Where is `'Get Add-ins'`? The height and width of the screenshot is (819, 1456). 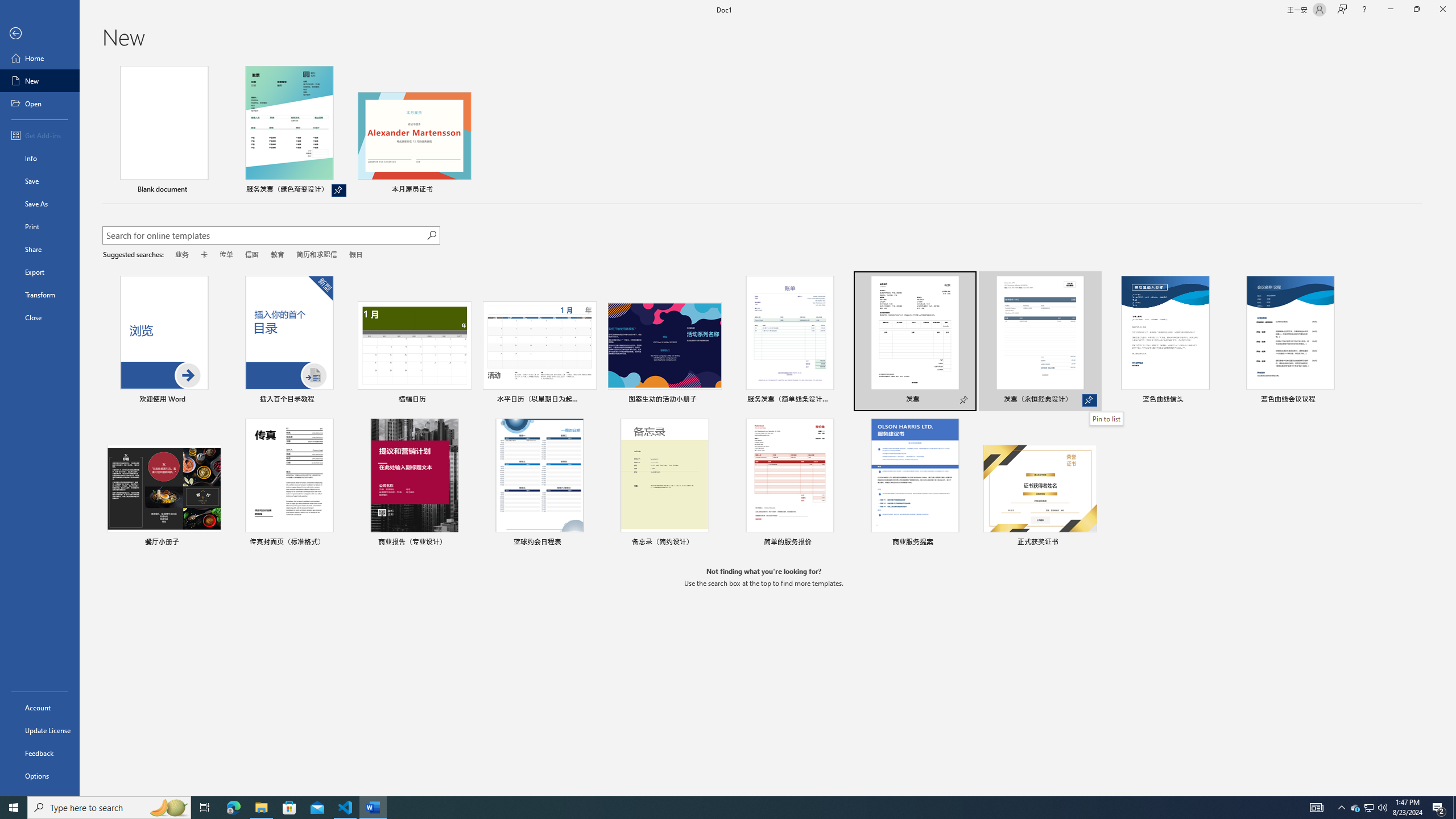
'Get Add-ins' is located at coordinates (39, 135).